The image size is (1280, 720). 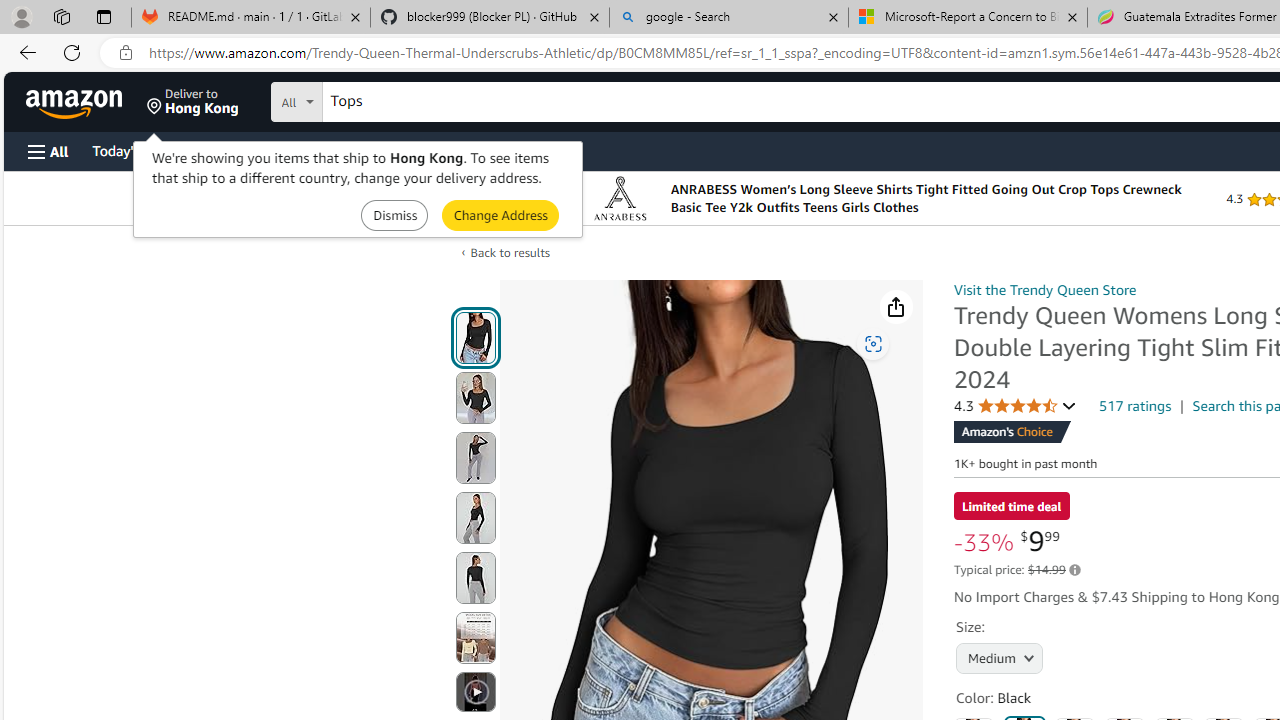 What do you see at coordinates (371, 99) in the screenshot?
I see `'Search in'` at bounding box center [371, 99].